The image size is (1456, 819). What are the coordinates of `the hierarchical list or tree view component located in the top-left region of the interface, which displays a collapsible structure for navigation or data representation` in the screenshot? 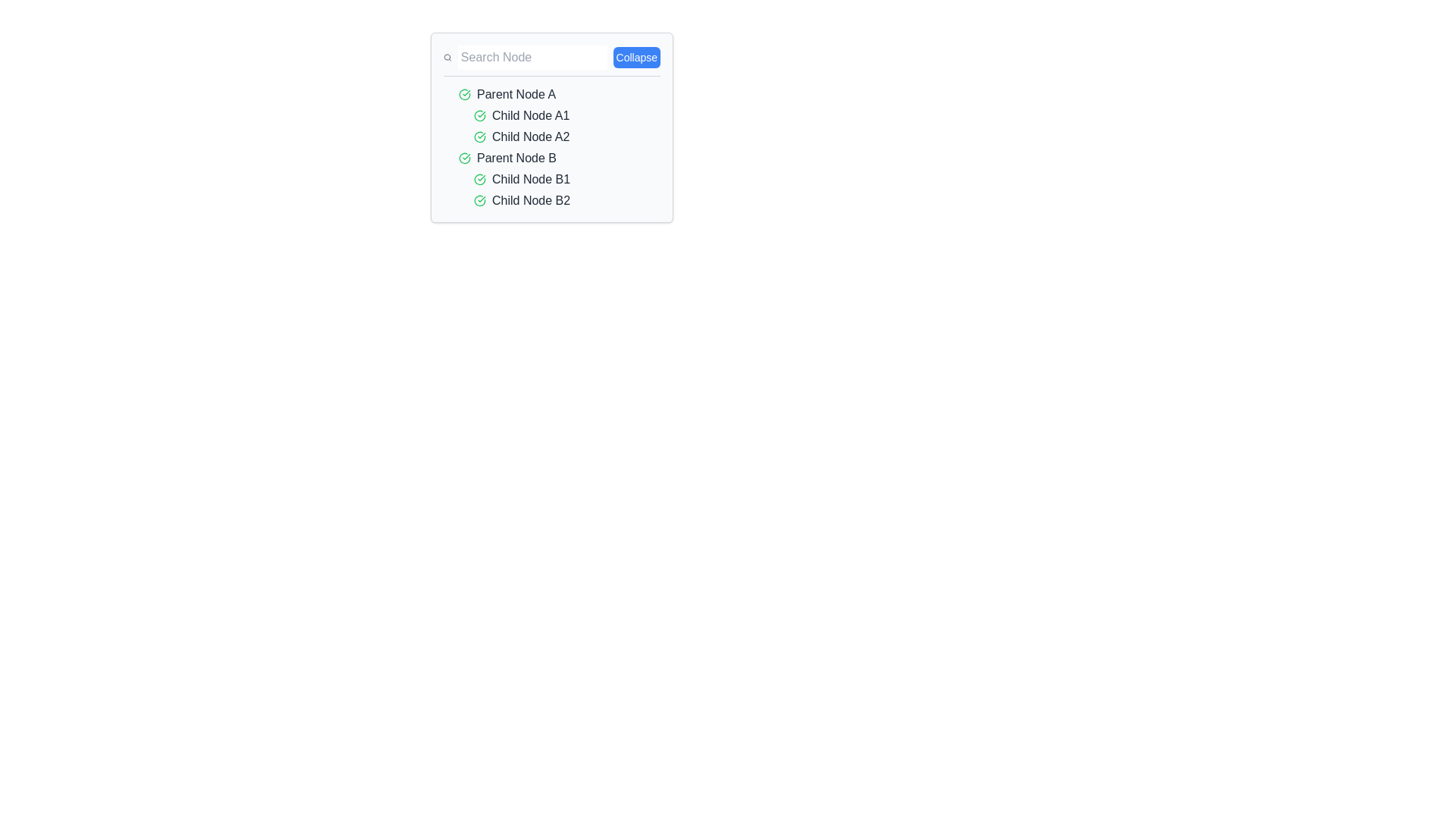 It's located at (551, 127).